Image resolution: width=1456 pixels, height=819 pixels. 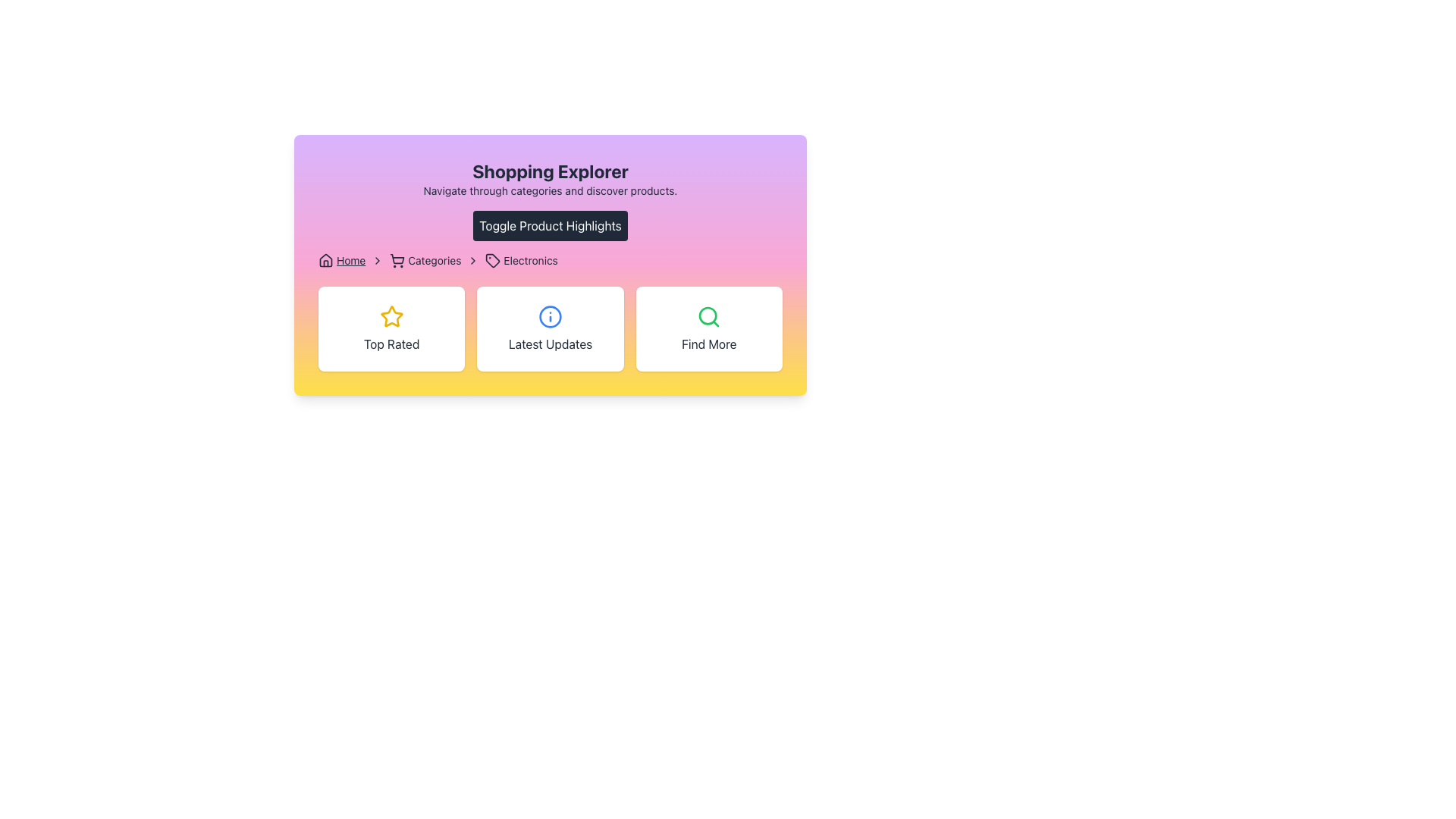 I want to click on the informational text block that provides a brief description related to the 'Shopping Explorer' section, located between the heading 'Shopping Explorer' and the 'Toggle Product Highlights' button, so click(x=549, y=190).